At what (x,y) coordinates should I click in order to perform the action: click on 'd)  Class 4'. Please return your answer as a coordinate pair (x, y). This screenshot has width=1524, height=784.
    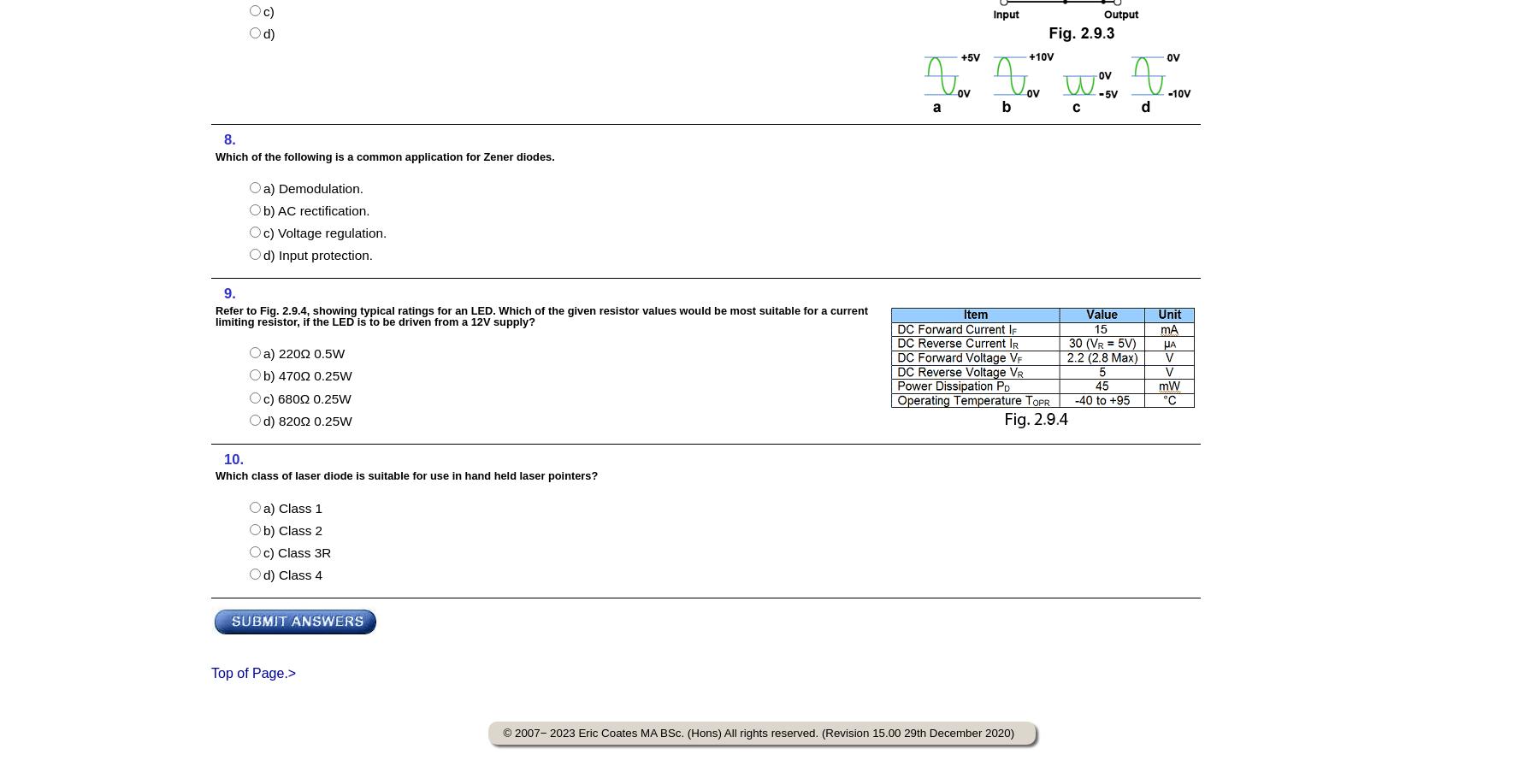
    Looking at the image, I should click on (262, 575).